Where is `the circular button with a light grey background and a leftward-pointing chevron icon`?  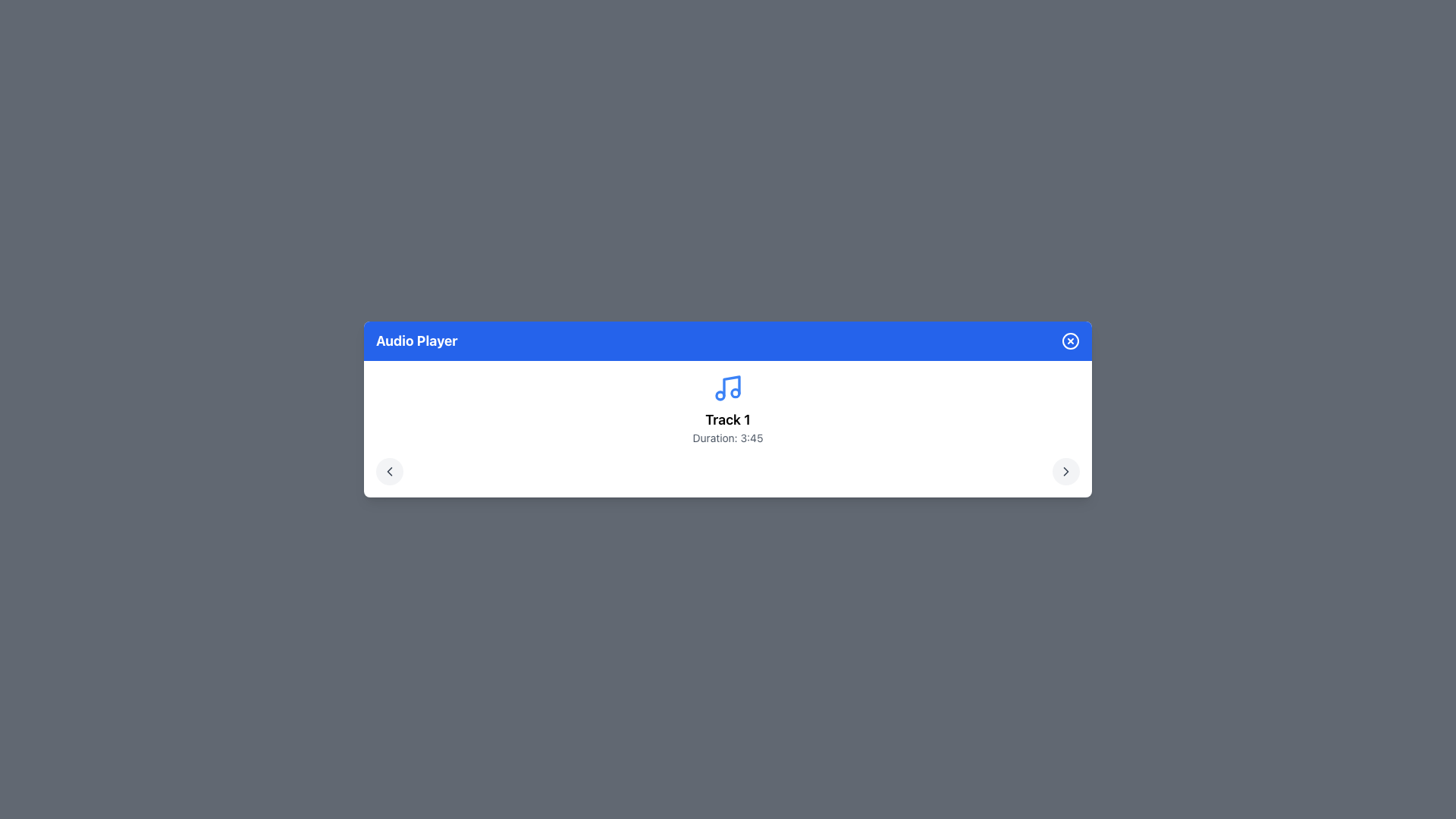
the circular button with a light grey background and a leftward-pointing chevron icon is located at coordinates (389, 470).